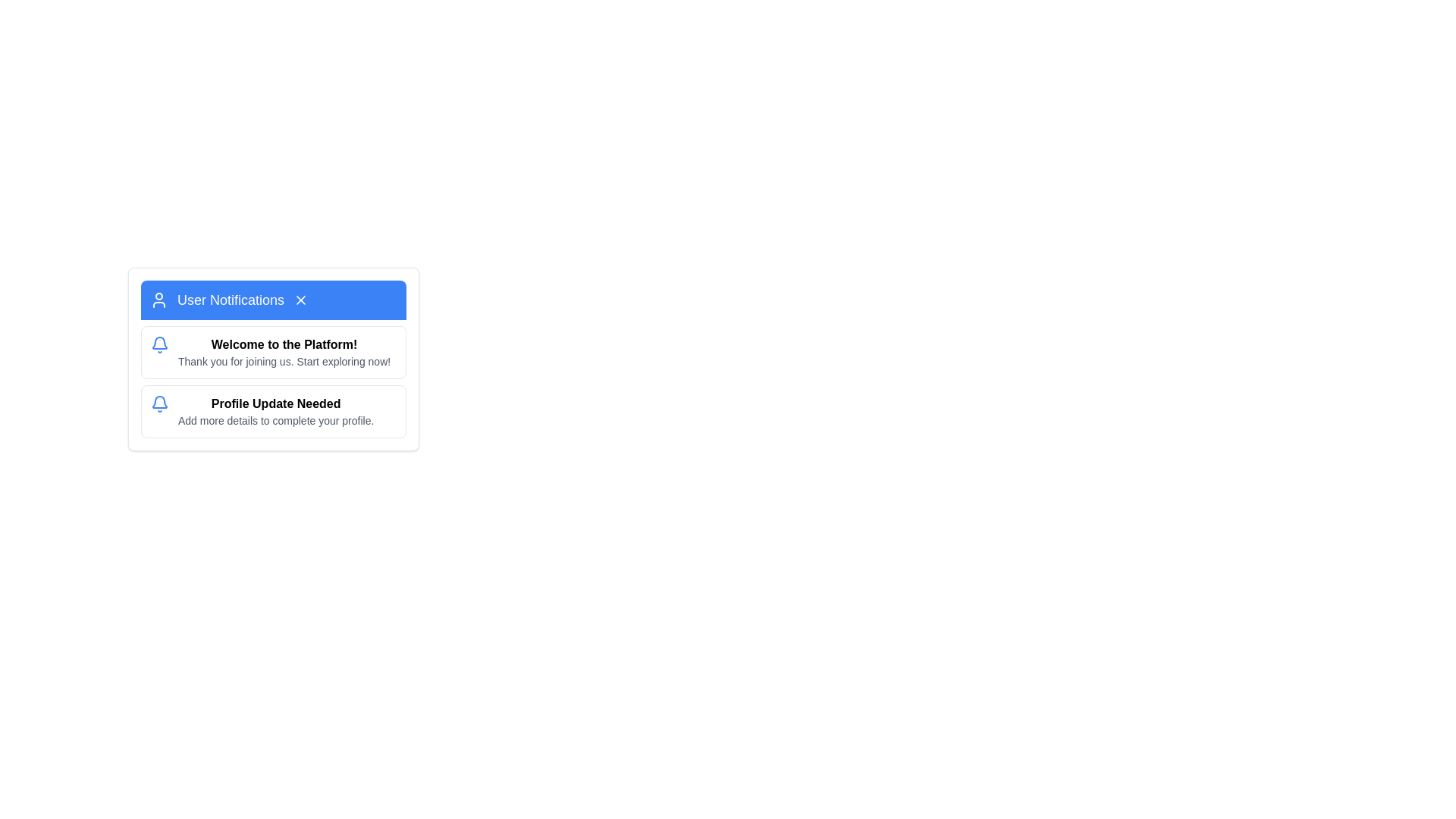  Describe the element at coordinates (160, 345) in the screenshot. I see `the blue bell icon located at the top-left of the 'Welcome to the Platform!' card, which indicates notifications` at that location.